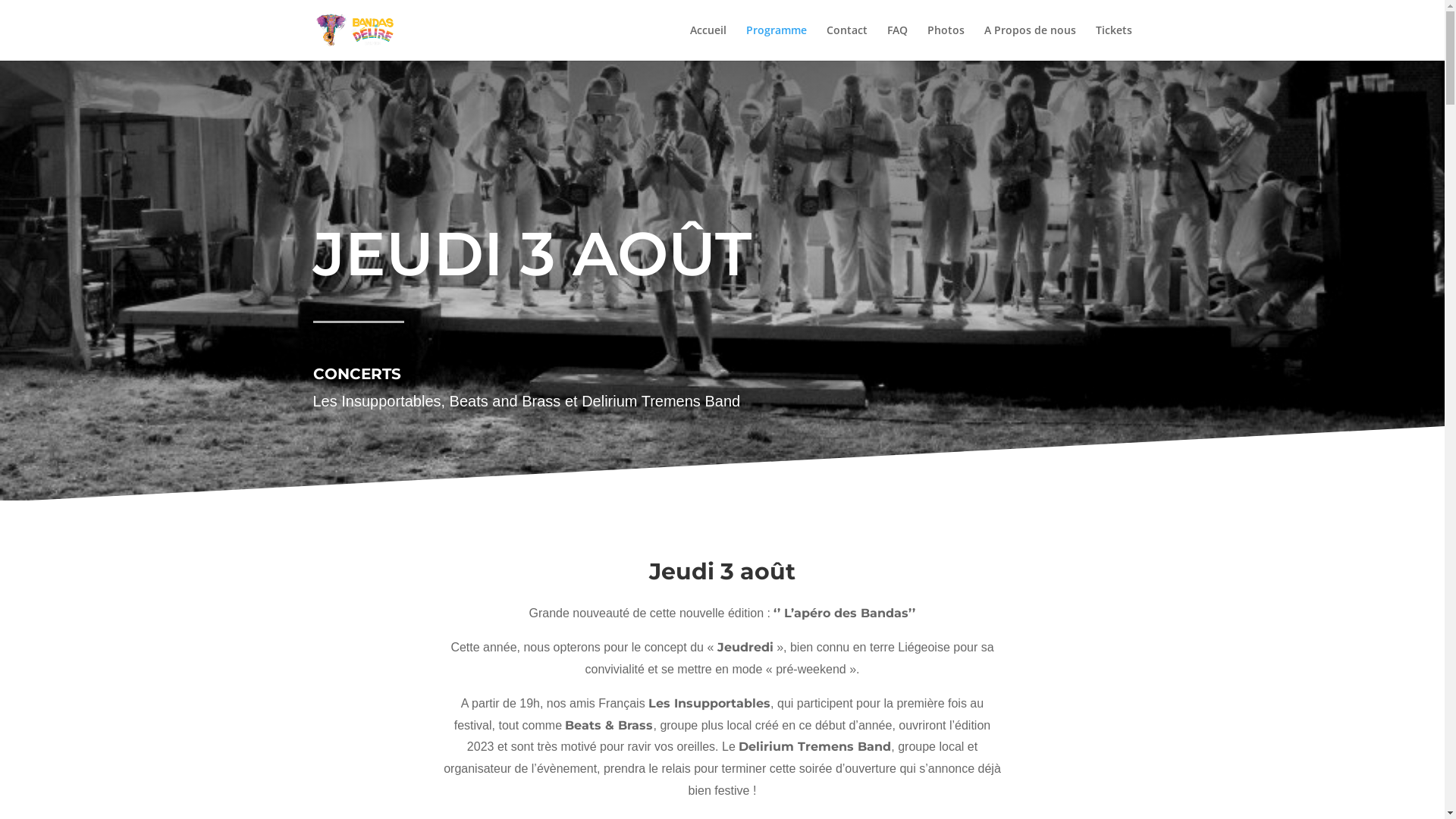  Describe the element at coordinates (776, 42) in the screenshot. I see `'Programme'` at that location.